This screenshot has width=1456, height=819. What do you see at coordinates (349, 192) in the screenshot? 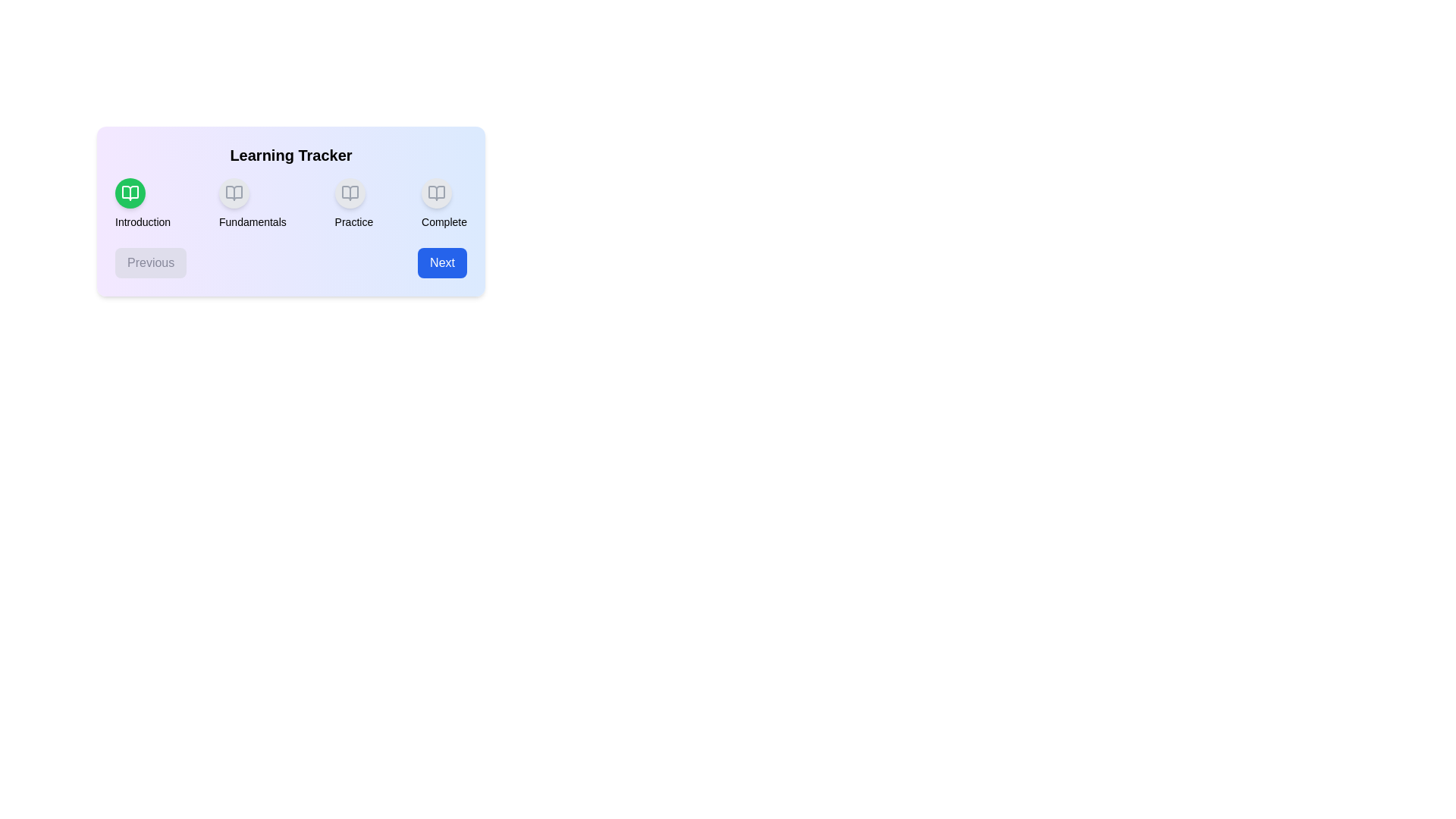
I see `the Circular navigation or status indicator icon located above the 'Practice' label, which indicates interaction for the 'Practice' section` at bounding box center [349, 192].